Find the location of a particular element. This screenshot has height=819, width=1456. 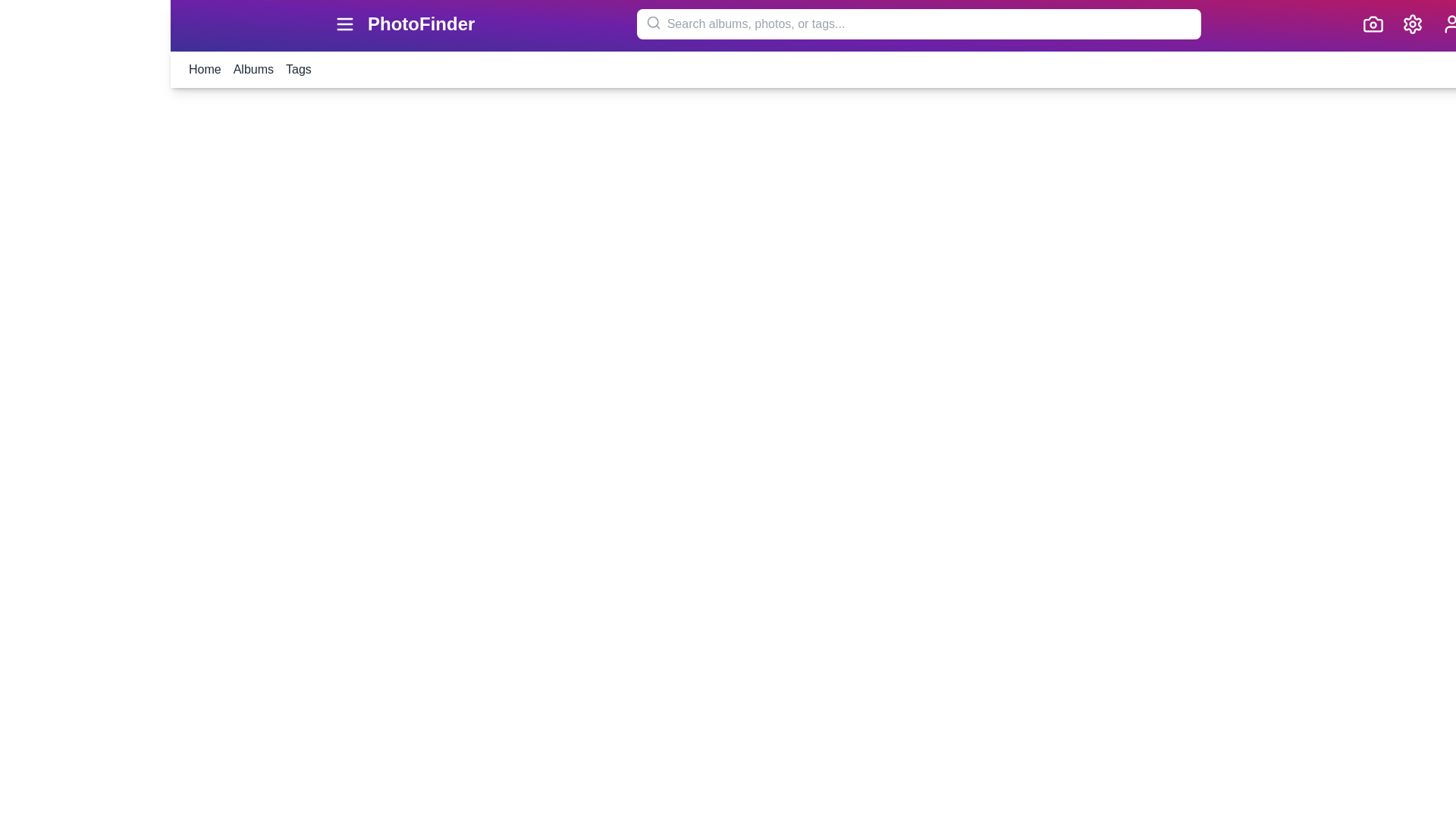

the settings icon to access the settings menu is located at coordinates (1411, 24).